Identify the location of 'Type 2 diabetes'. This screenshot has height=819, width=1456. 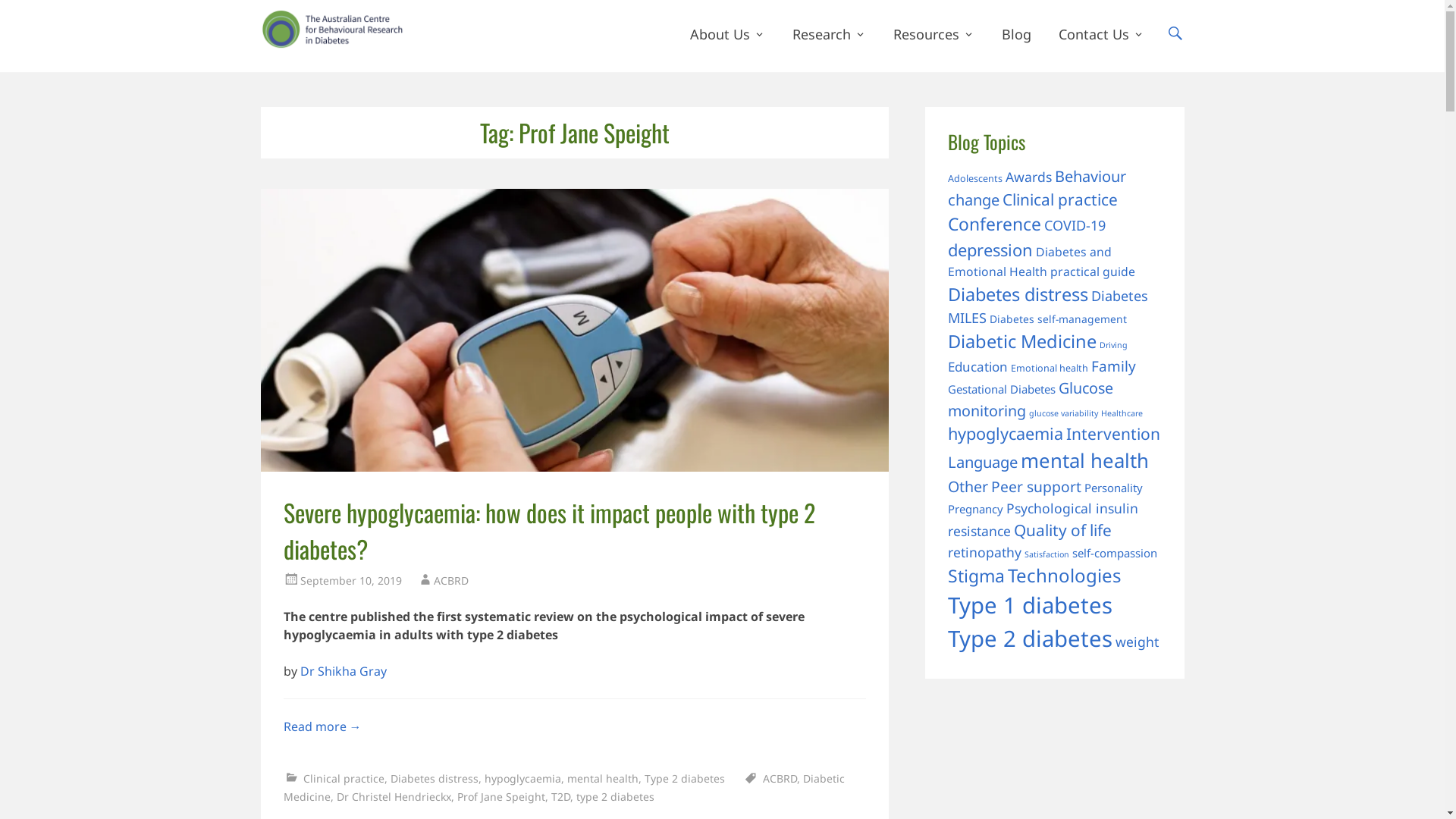
(1030, 638).